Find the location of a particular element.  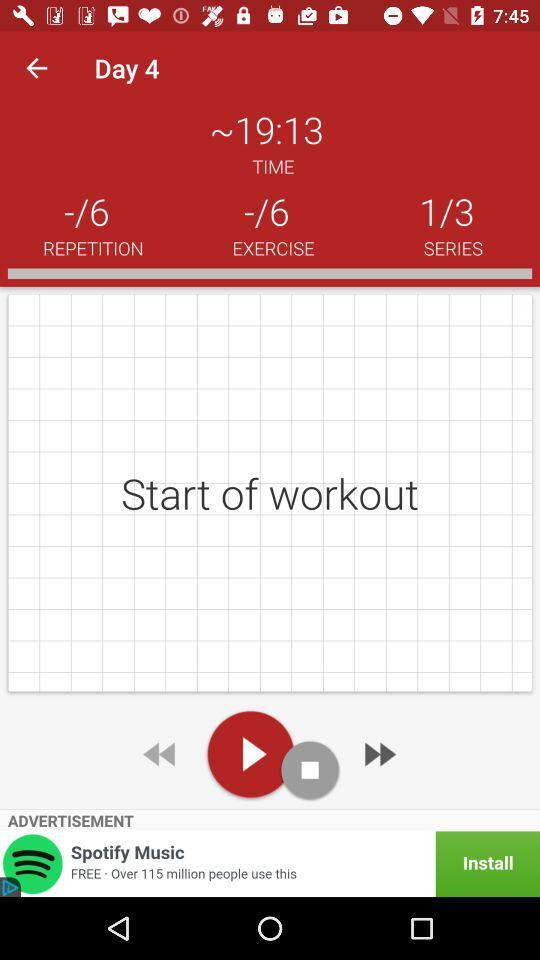

previous page is located at coordinates (160, 753).